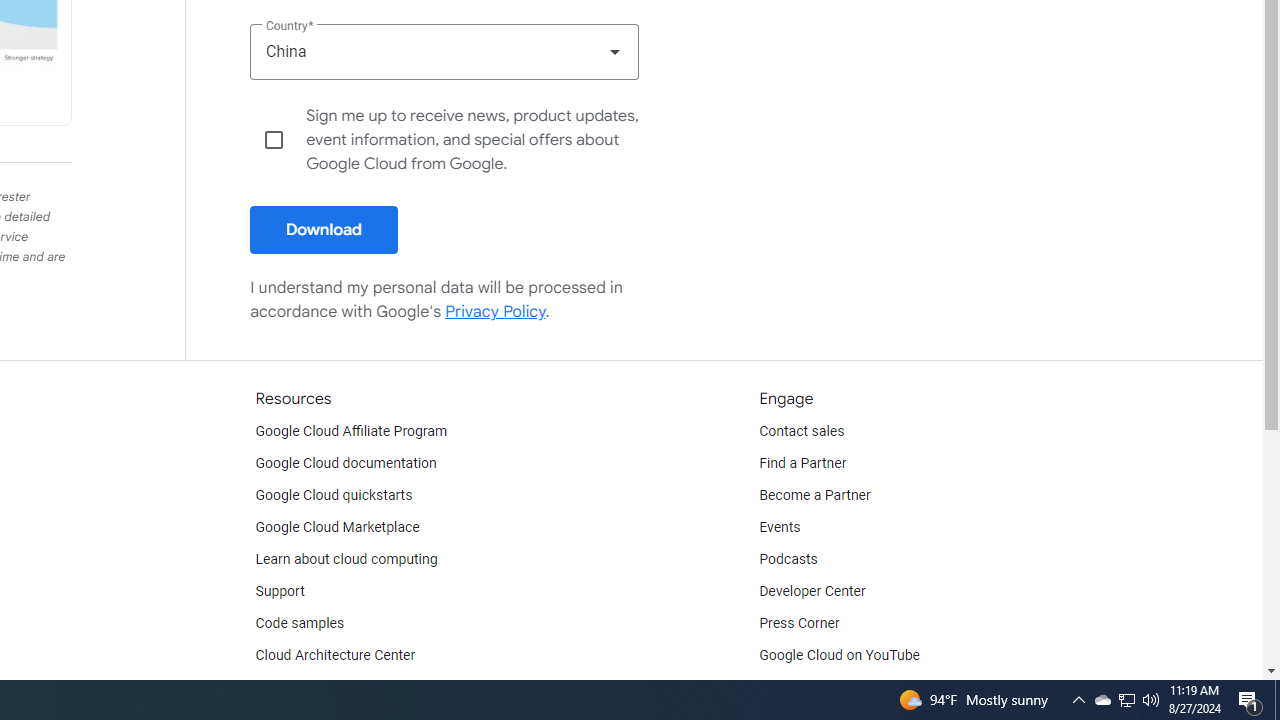  I want to click on 'Code samples', so click(299, 622).